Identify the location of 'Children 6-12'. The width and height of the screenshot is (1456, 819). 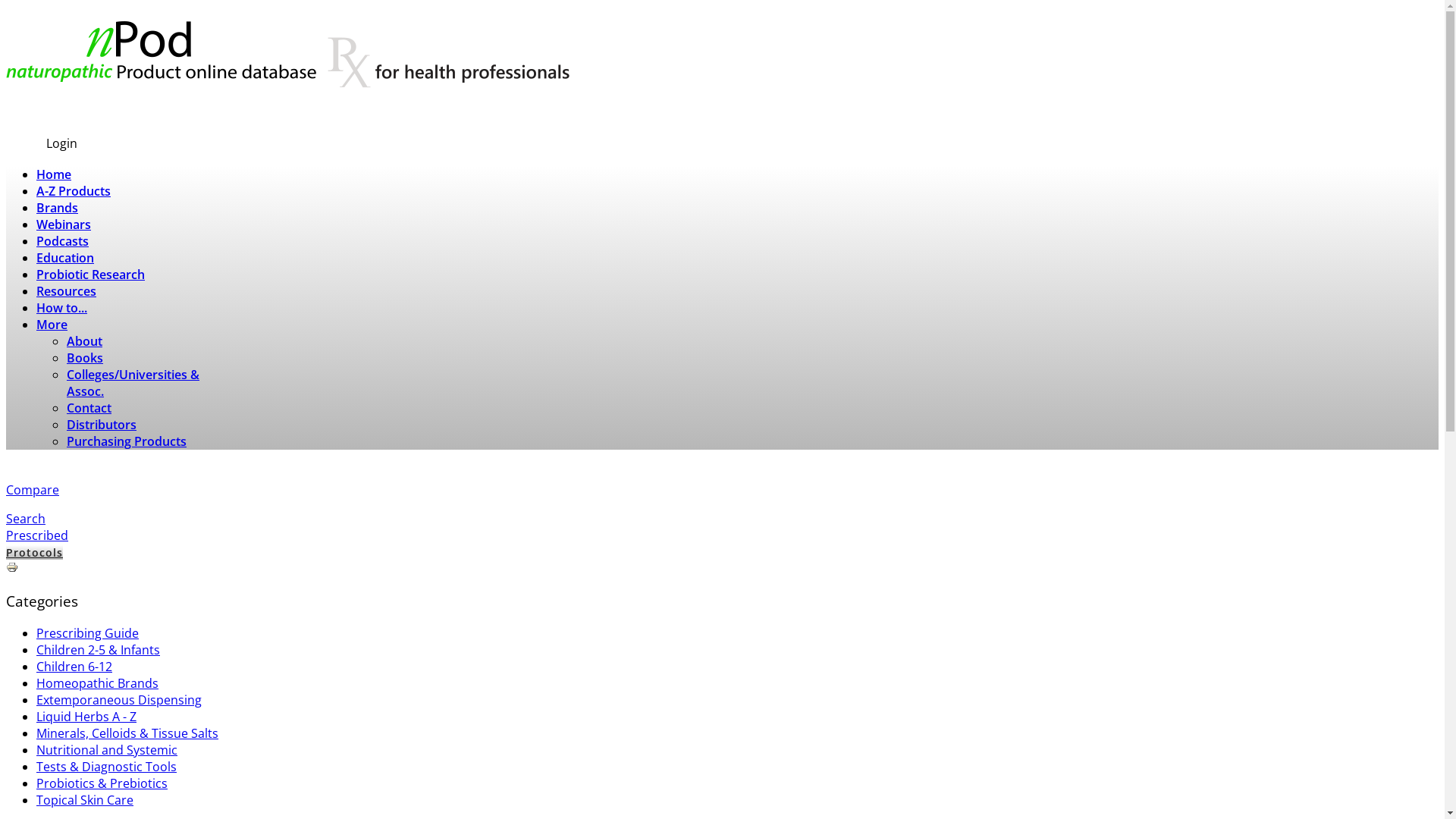
(36, 666).